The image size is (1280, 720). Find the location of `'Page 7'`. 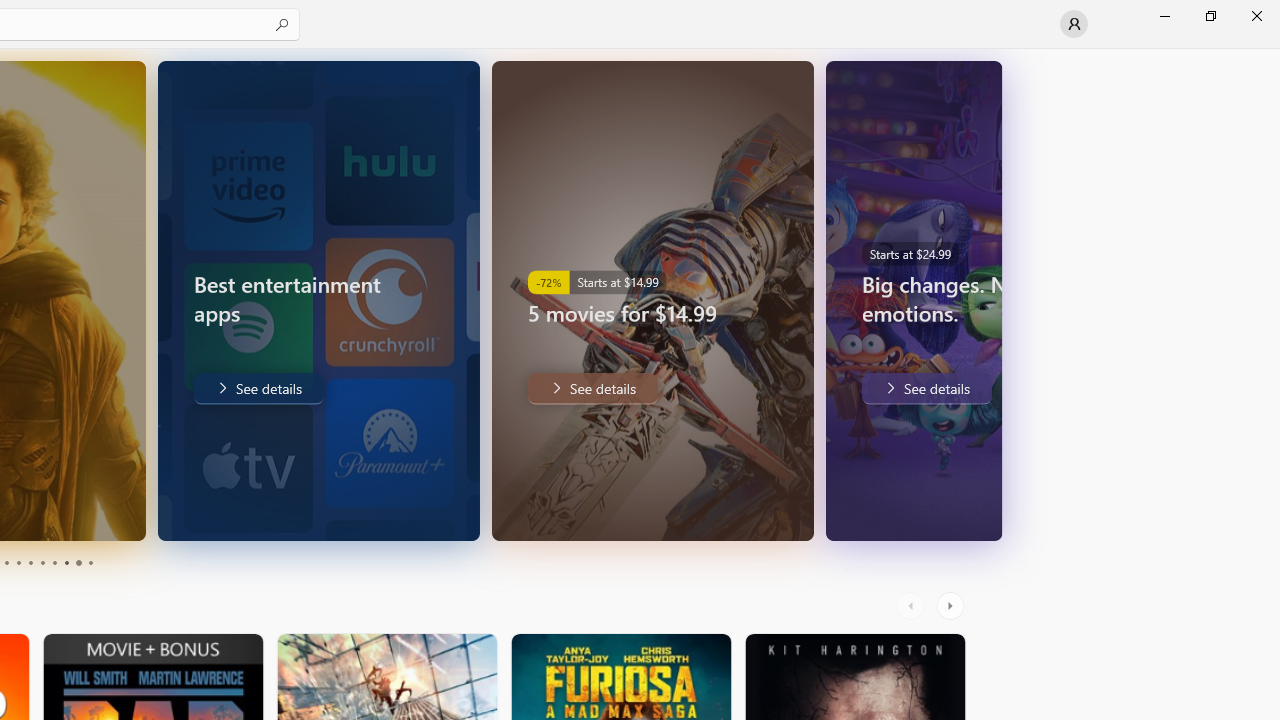

'Page 7' is located at coordinates (54, 563).